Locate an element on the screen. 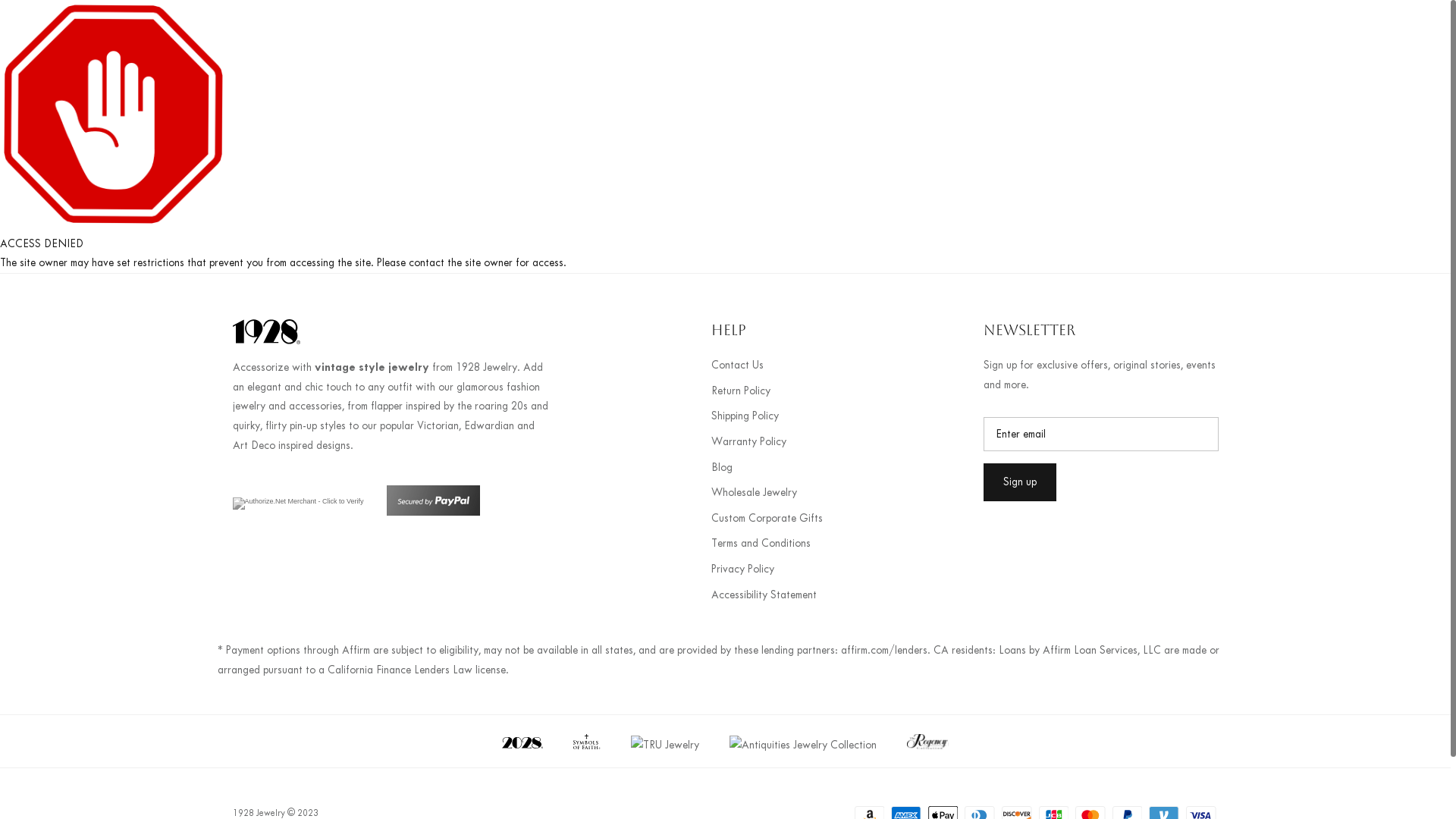  'Terms and Conditions' is located at coordinates (761, 542).